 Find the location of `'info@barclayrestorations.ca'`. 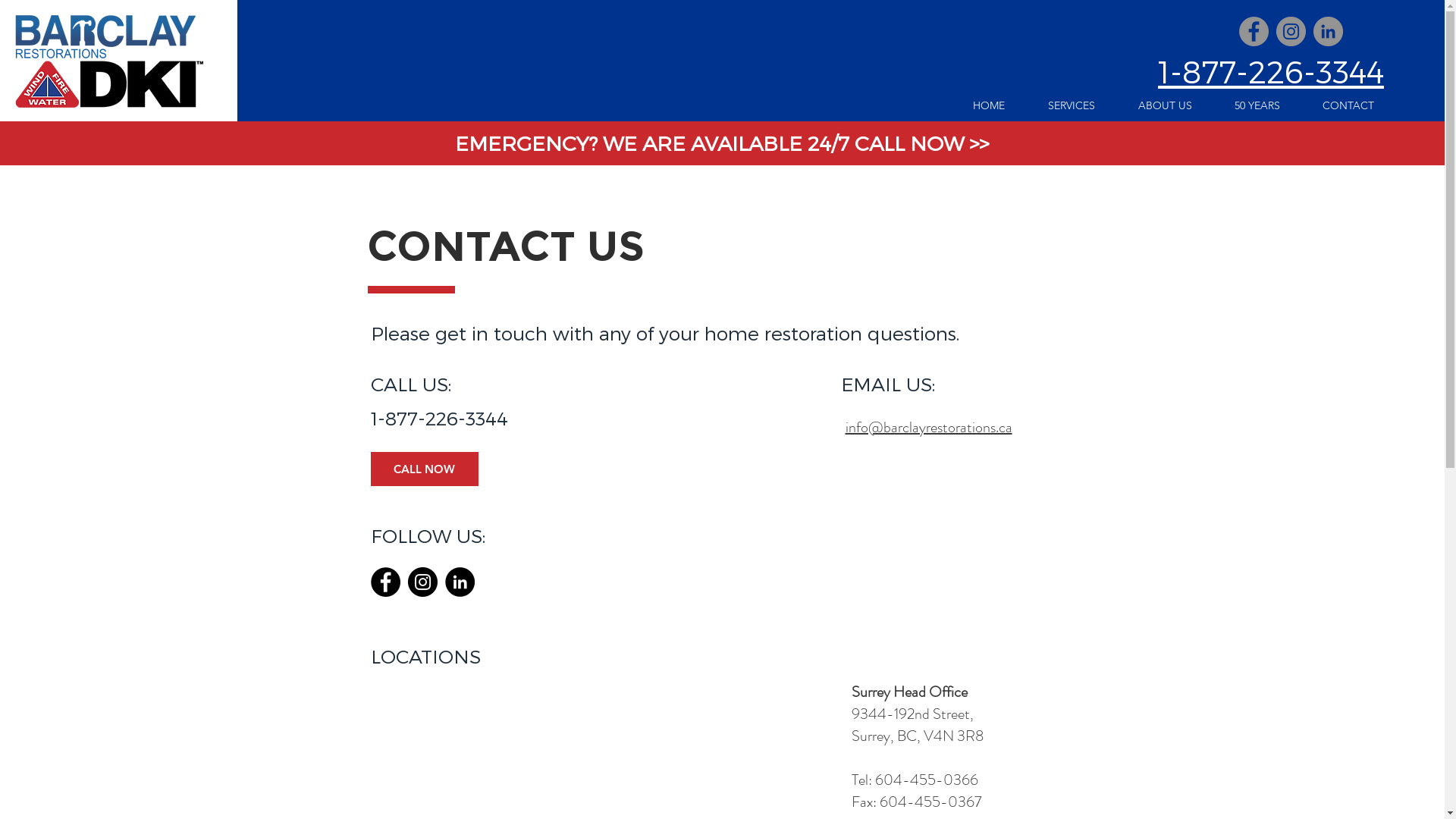

'info@barclayrestorations.ca' is located at coordinates (927, 426).